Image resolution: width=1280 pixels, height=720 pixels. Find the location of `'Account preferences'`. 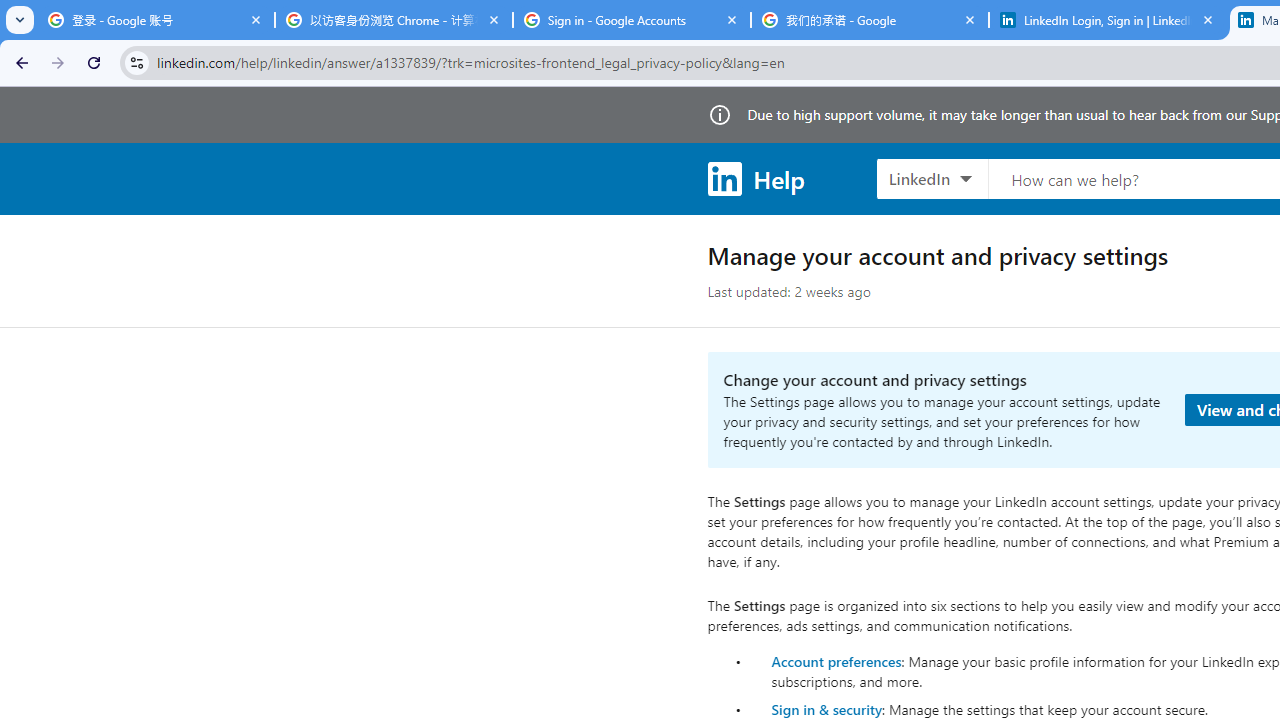

'Account preferences' is located at coordinates (836, 660).